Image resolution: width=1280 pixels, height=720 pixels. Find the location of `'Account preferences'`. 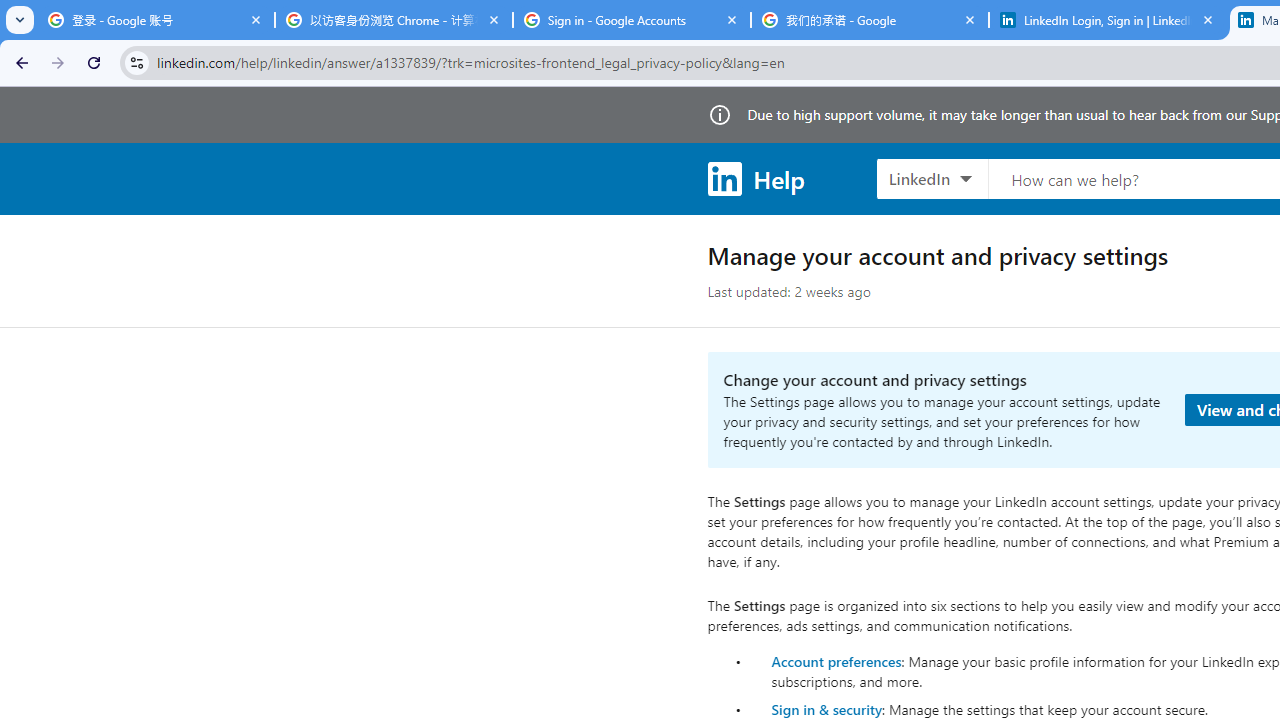

'Account preferences' is located at coordinates (836, 660).